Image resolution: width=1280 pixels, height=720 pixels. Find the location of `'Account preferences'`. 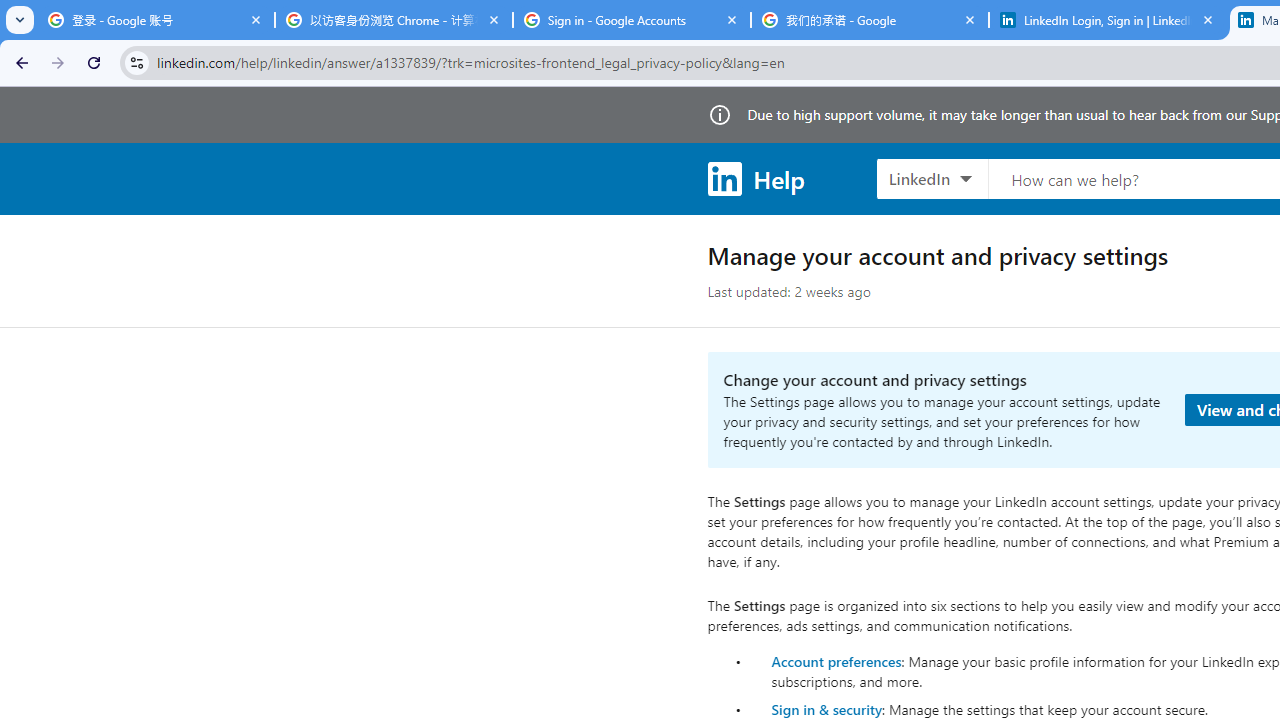

'Account preferences' is located at coordinates (836, 660).